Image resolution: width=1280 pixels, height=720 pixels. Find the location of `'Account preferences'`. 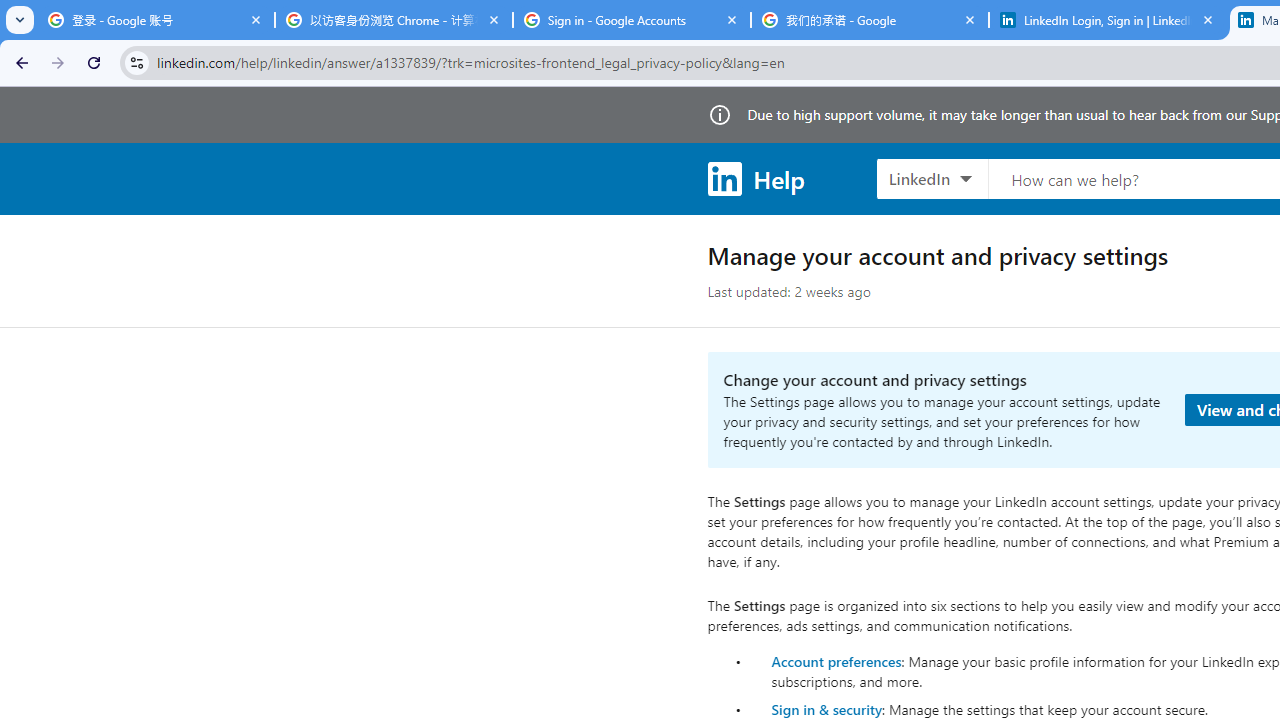

'Account preferences' is located at coordinates (836, 660).